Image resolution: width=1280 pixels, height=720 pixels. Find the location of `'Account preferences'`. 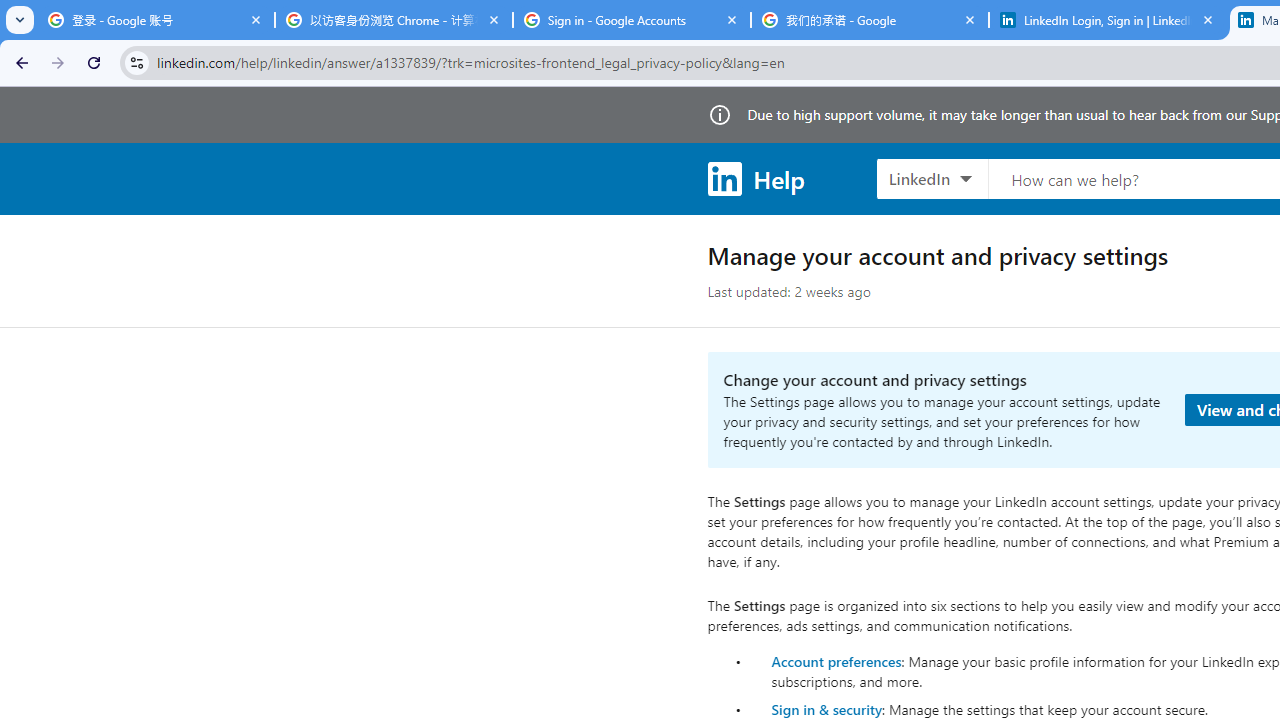

'Account preferences' is located at coordinates (836, 660).